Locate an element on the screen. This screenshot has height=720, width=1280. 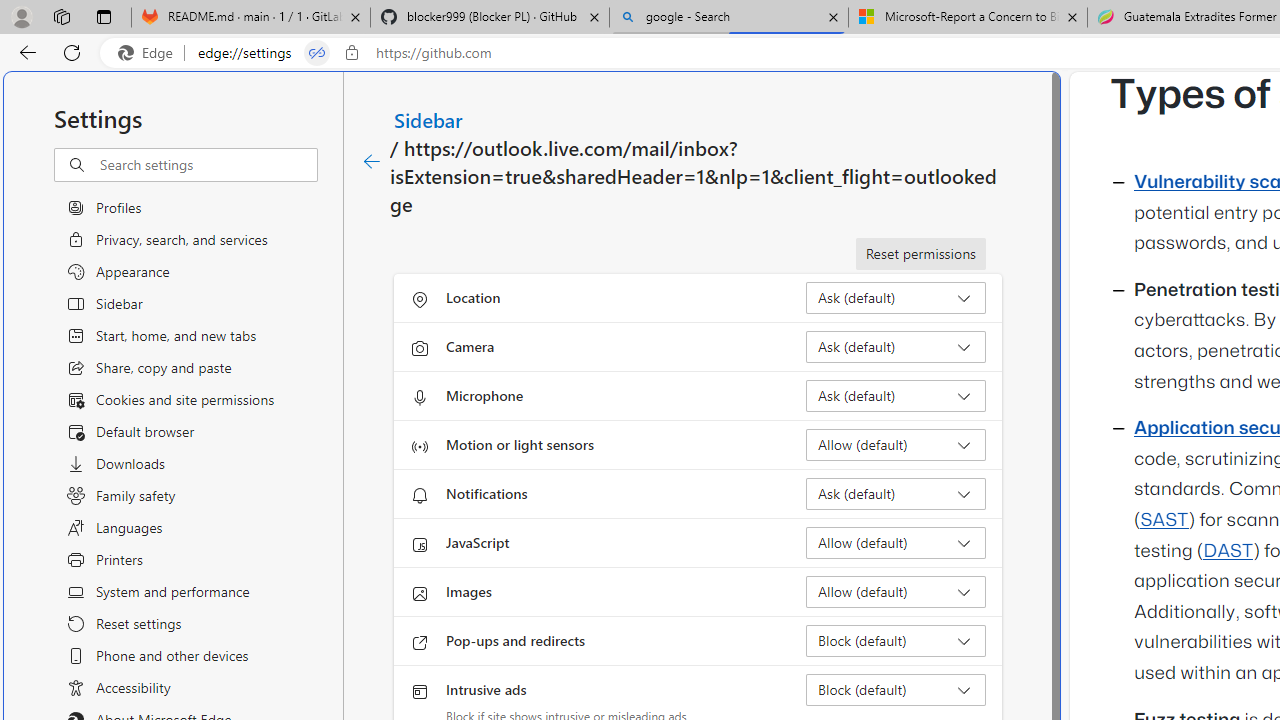
'Class: c01182' is located at coordinates (371, 161).